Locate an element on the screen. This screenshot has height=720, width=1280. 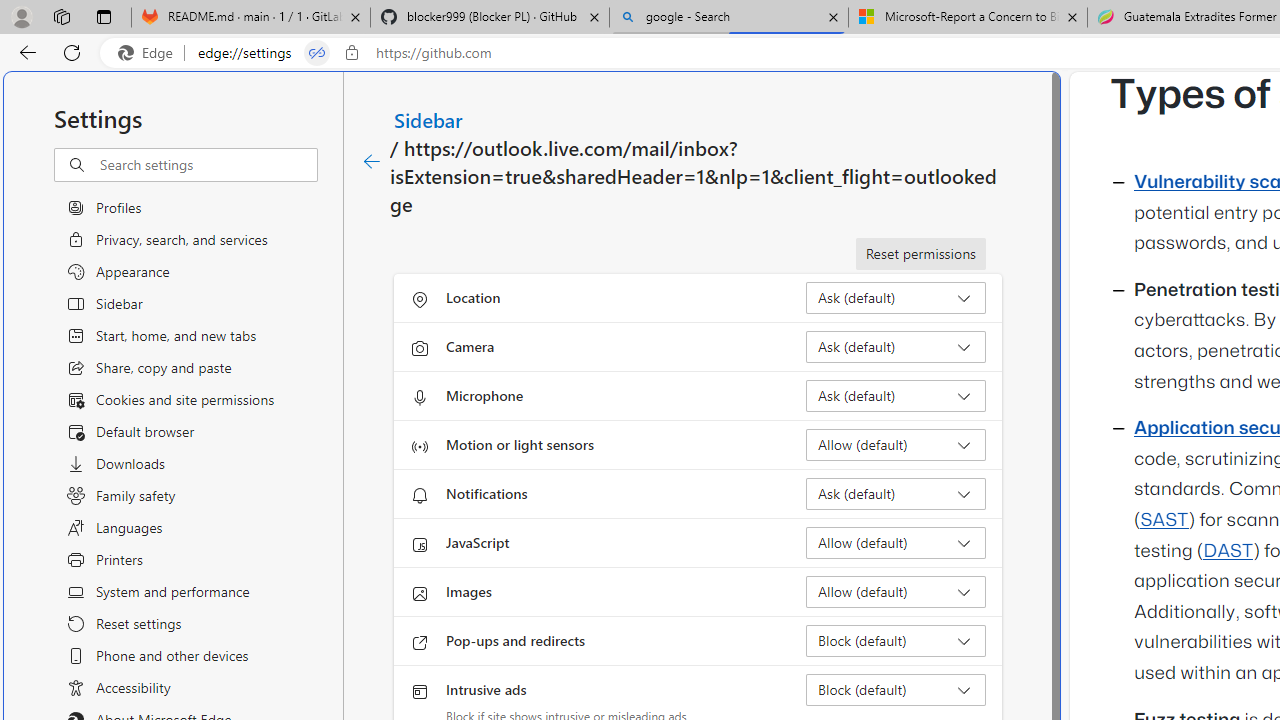
'Class: c01182' is located at coordinates (371, 161).